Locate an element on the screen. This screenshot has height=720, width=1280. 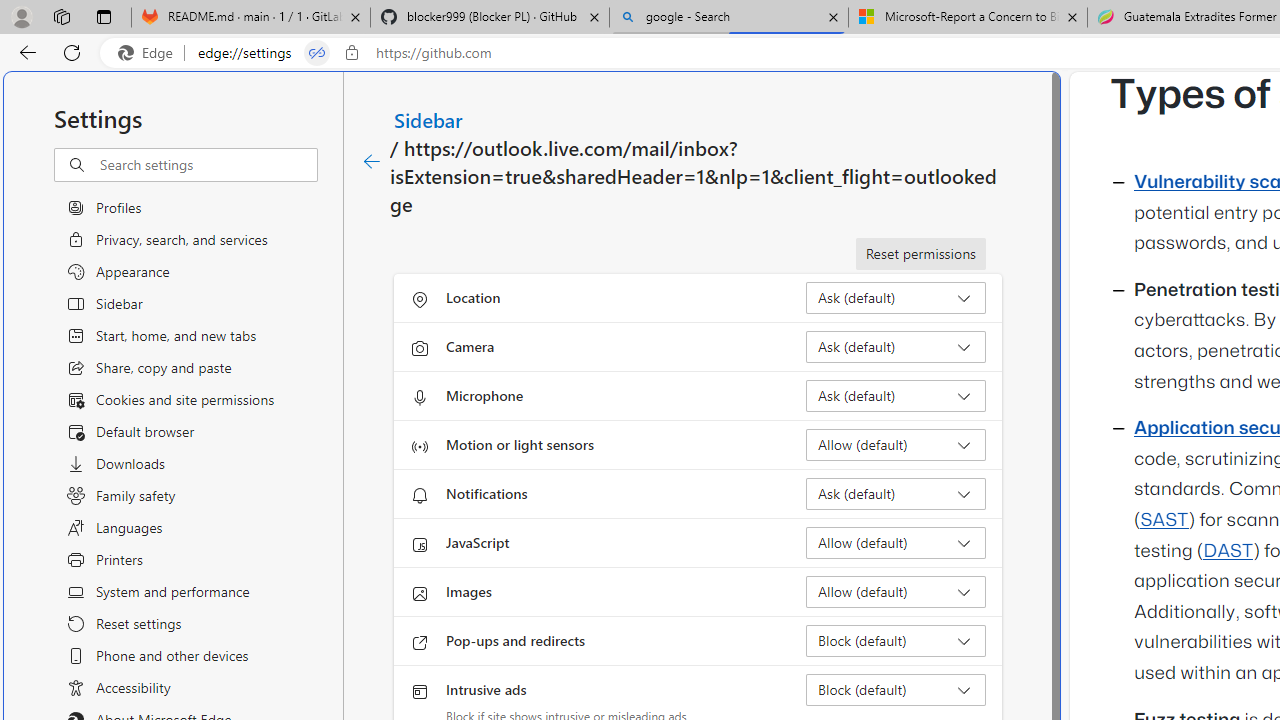
'Class: c01182' is located at coordinates (371, 161).